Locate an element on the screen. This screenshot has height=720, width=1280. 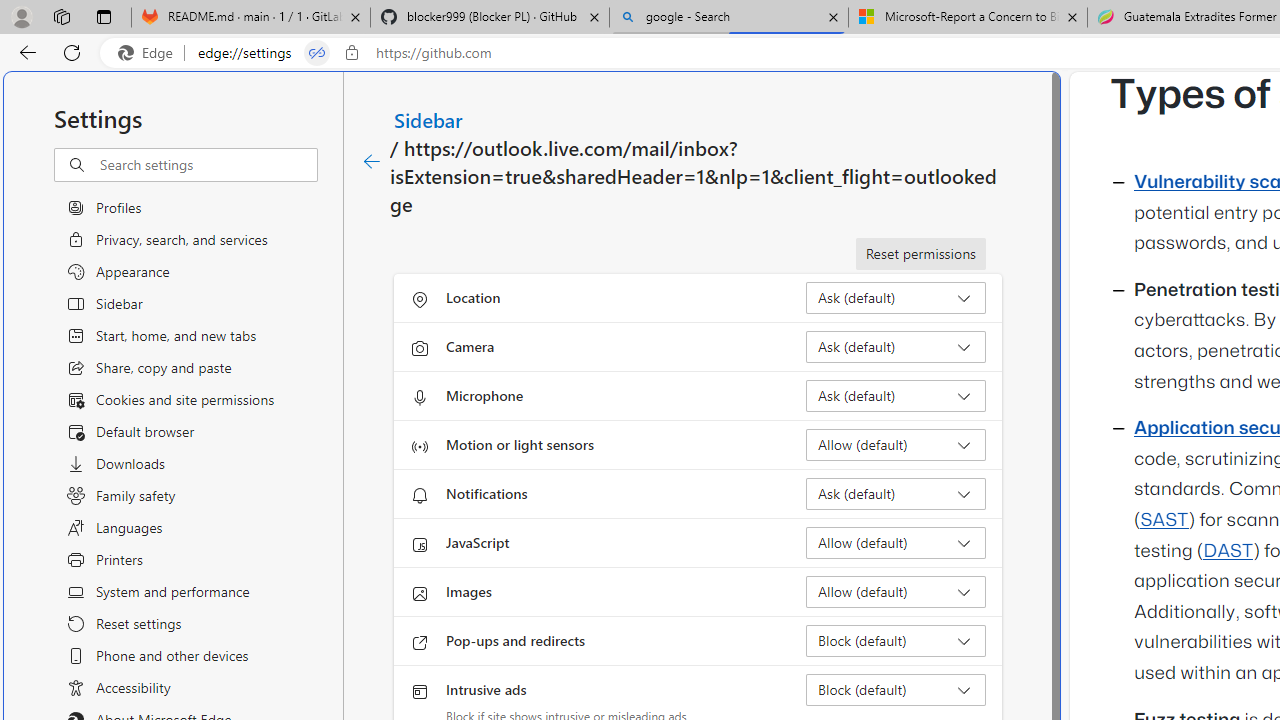
'Class: c01182' is located at coordinates (371, 161).